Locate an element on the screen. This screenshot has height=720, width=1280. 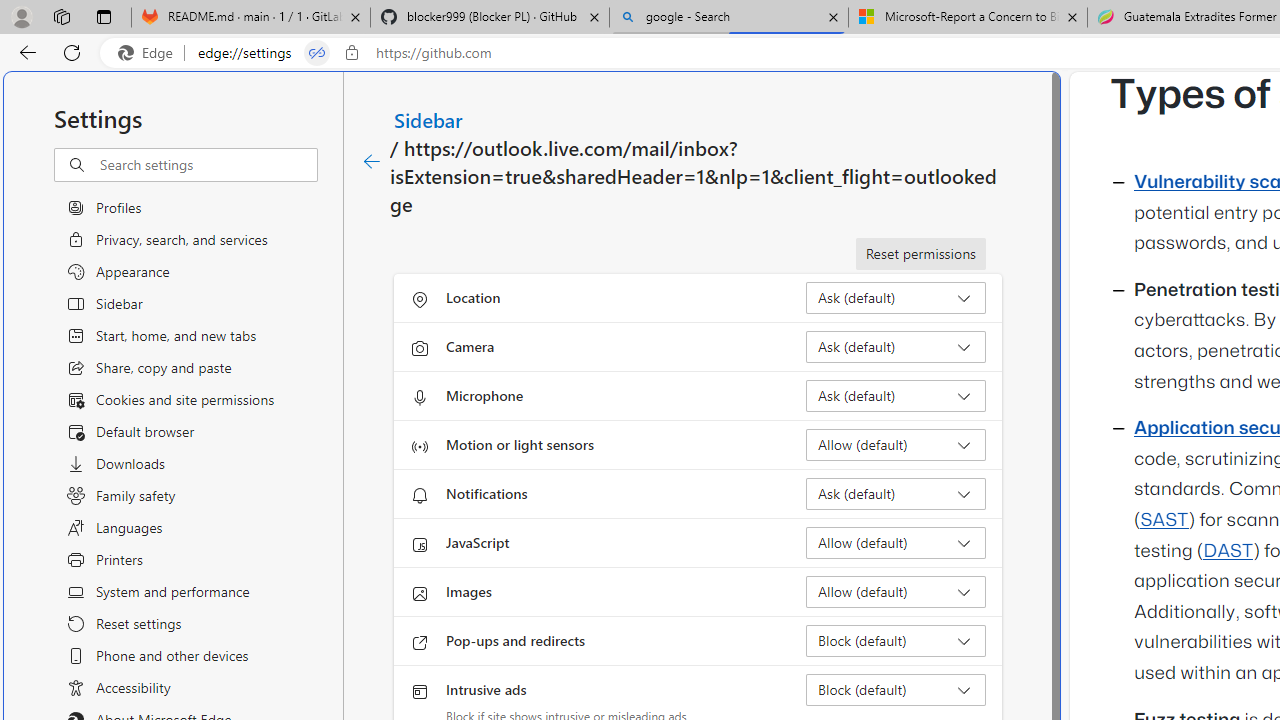
'Class: c01182' is located at coordinates (371, 161).